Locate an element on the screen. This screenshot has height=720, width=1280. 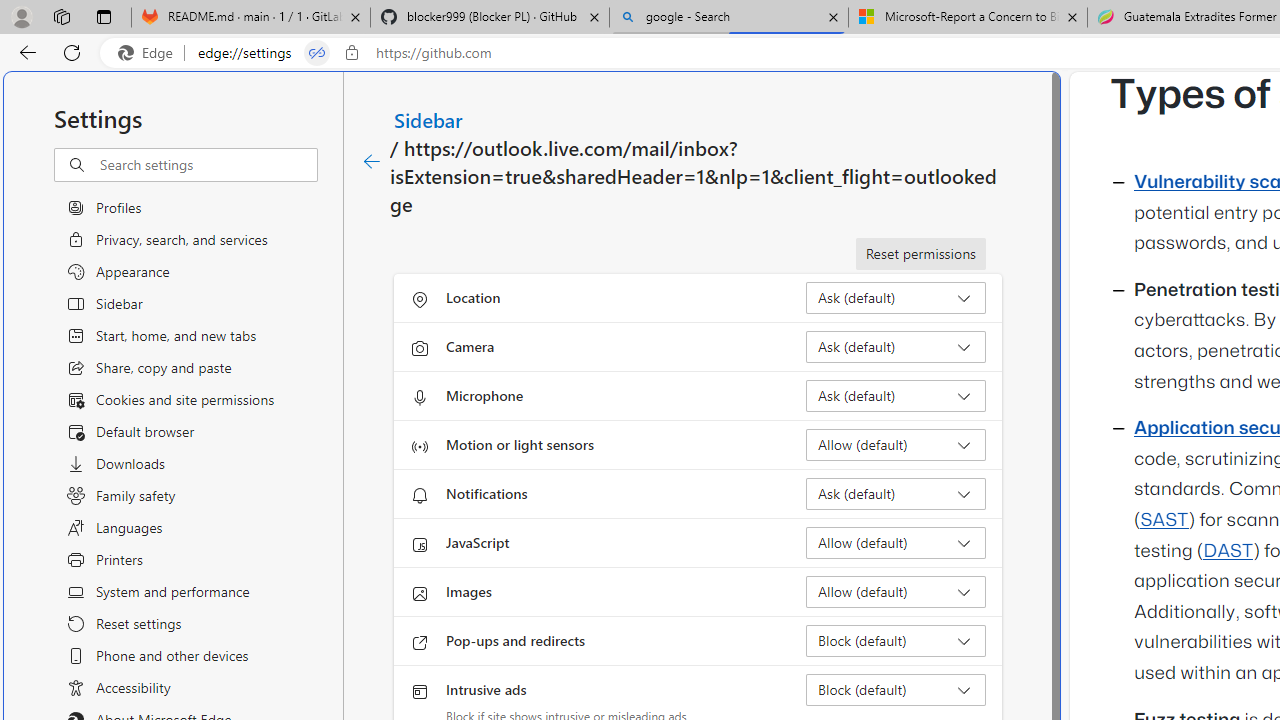
'Class: c01182' is located at coordinates (371, 161).